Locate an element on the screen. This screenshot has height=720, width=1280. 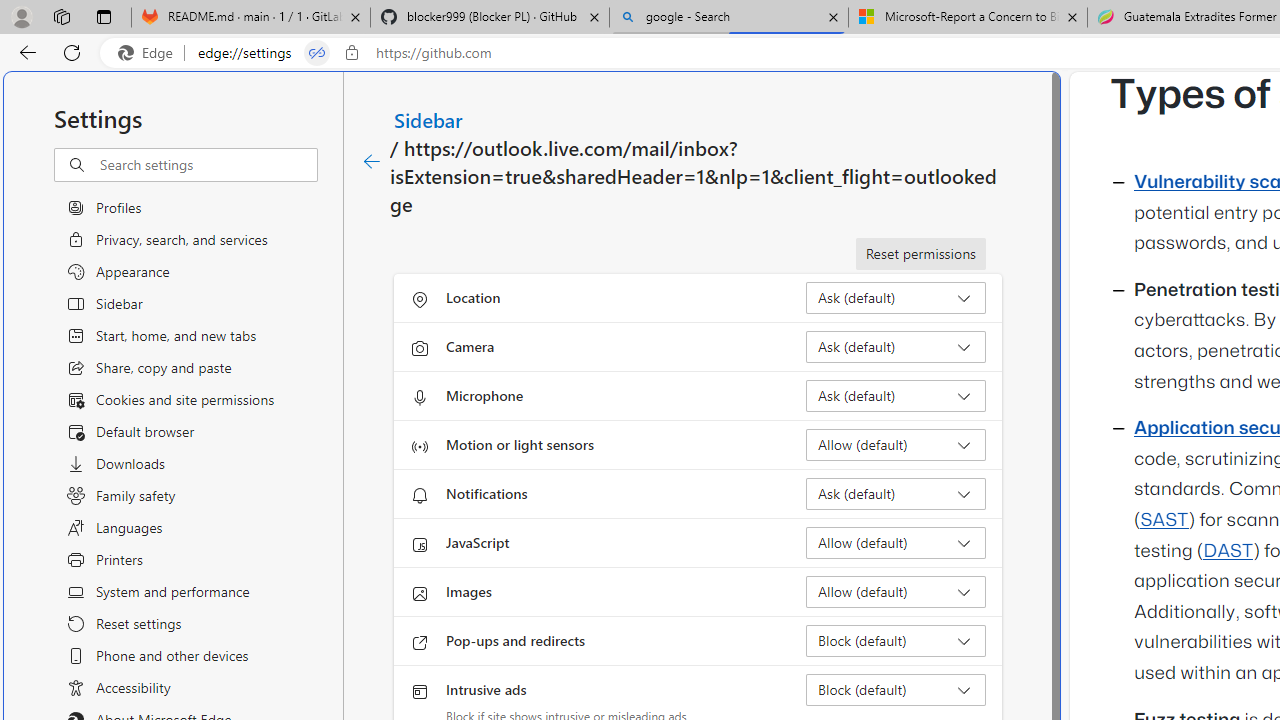
'Class: c01182' is located at coordinates (371, 161).